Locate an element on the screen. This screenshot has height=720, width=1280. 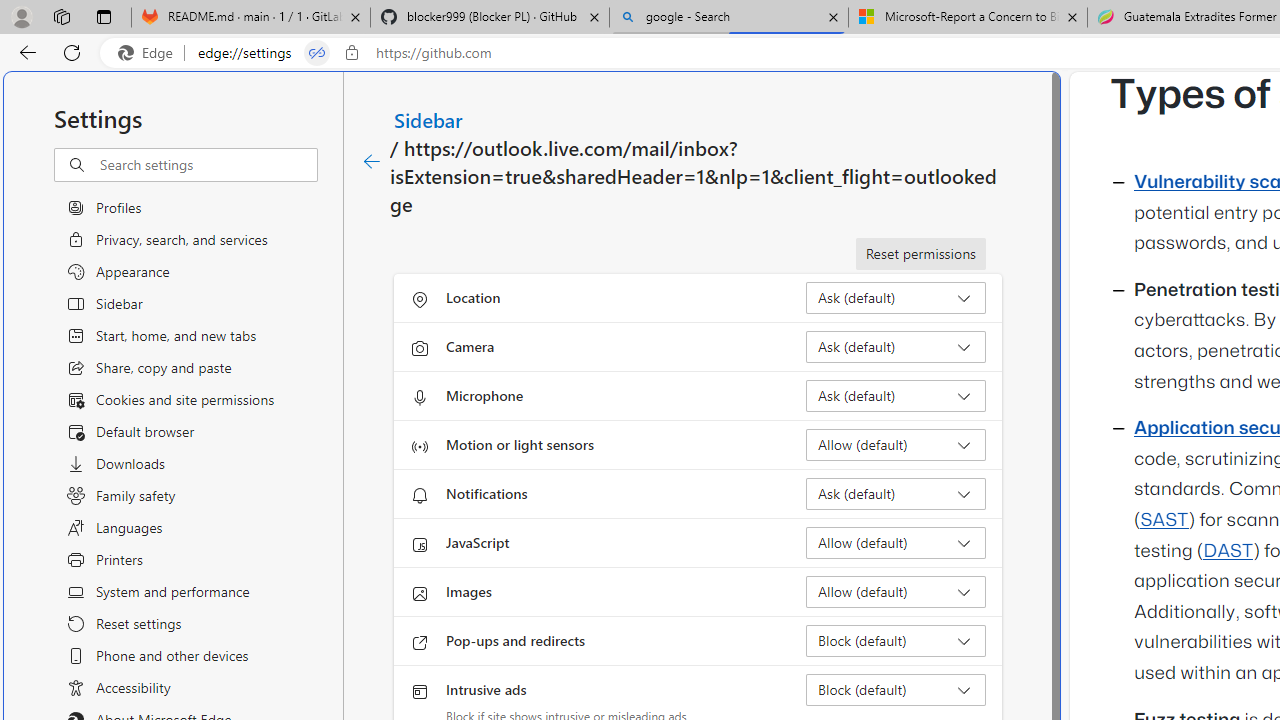
'Class: c01182' is located at coordinates (371, 161).